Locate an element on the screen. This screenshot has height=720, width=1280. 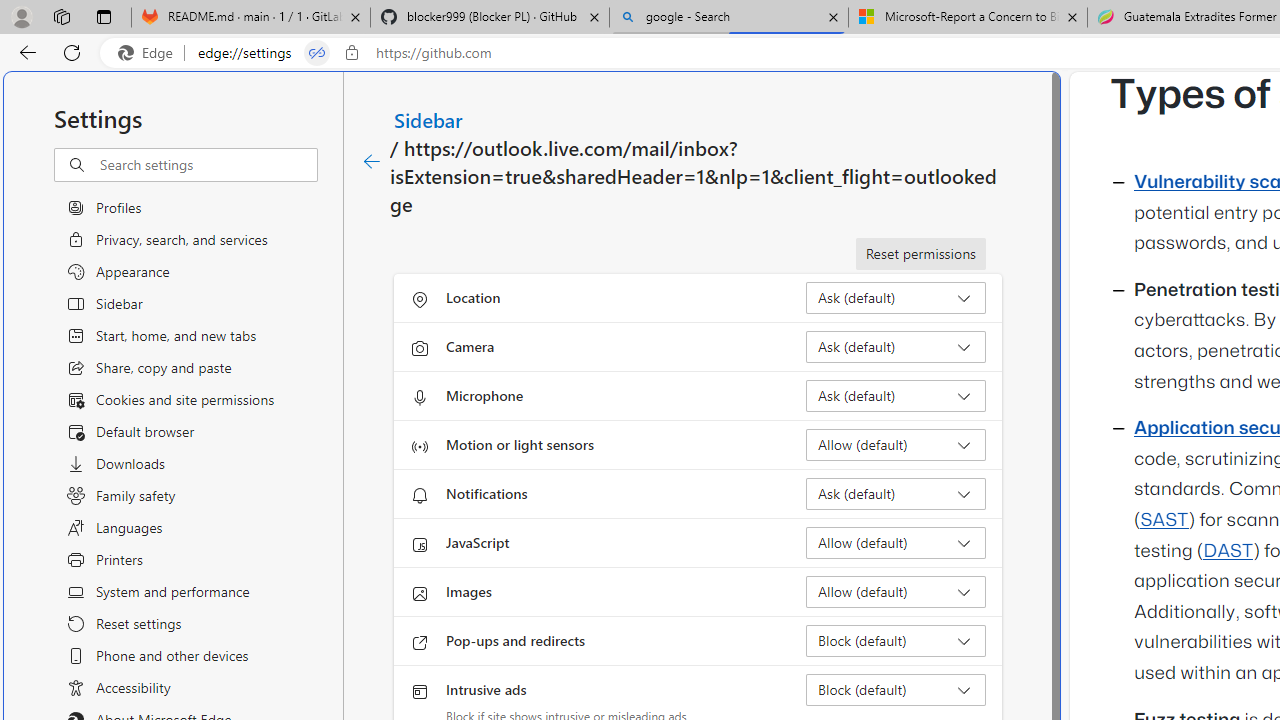
'Class: c01182' is located at coordinates (371, 161).